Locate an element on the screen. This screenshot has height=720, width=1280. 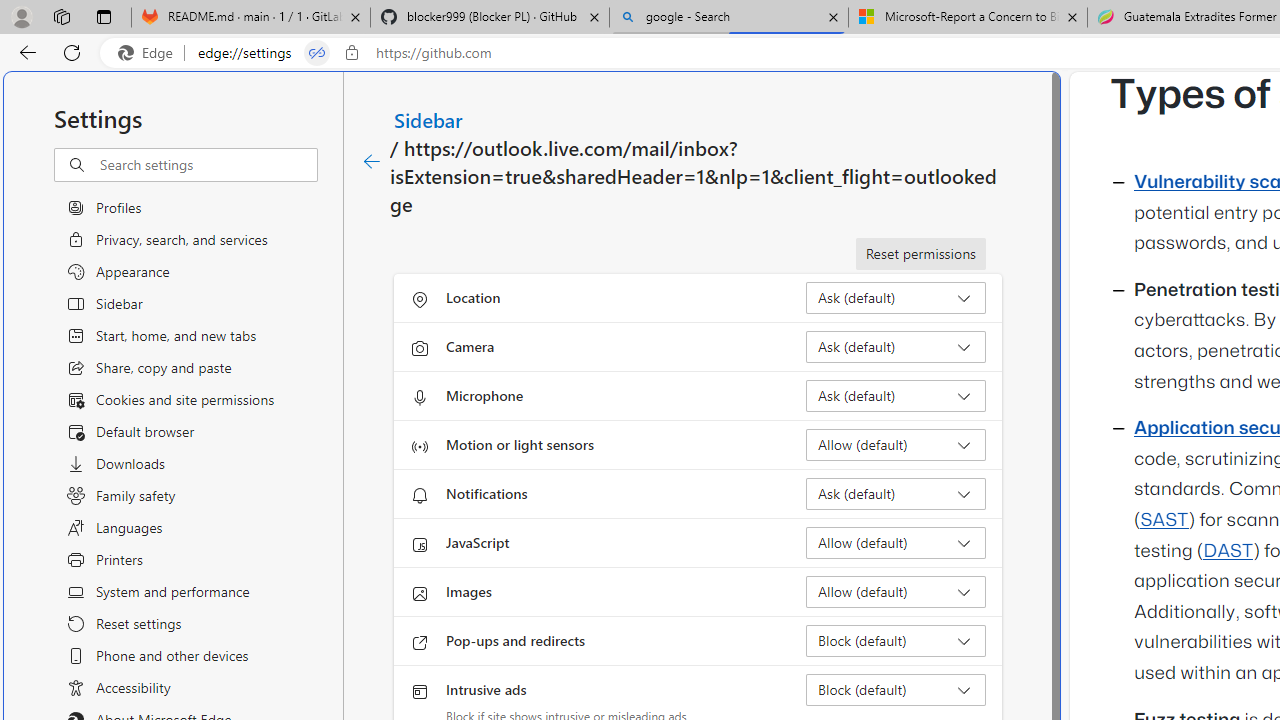
'Class: c01182' is located at coordinates (371, 161).